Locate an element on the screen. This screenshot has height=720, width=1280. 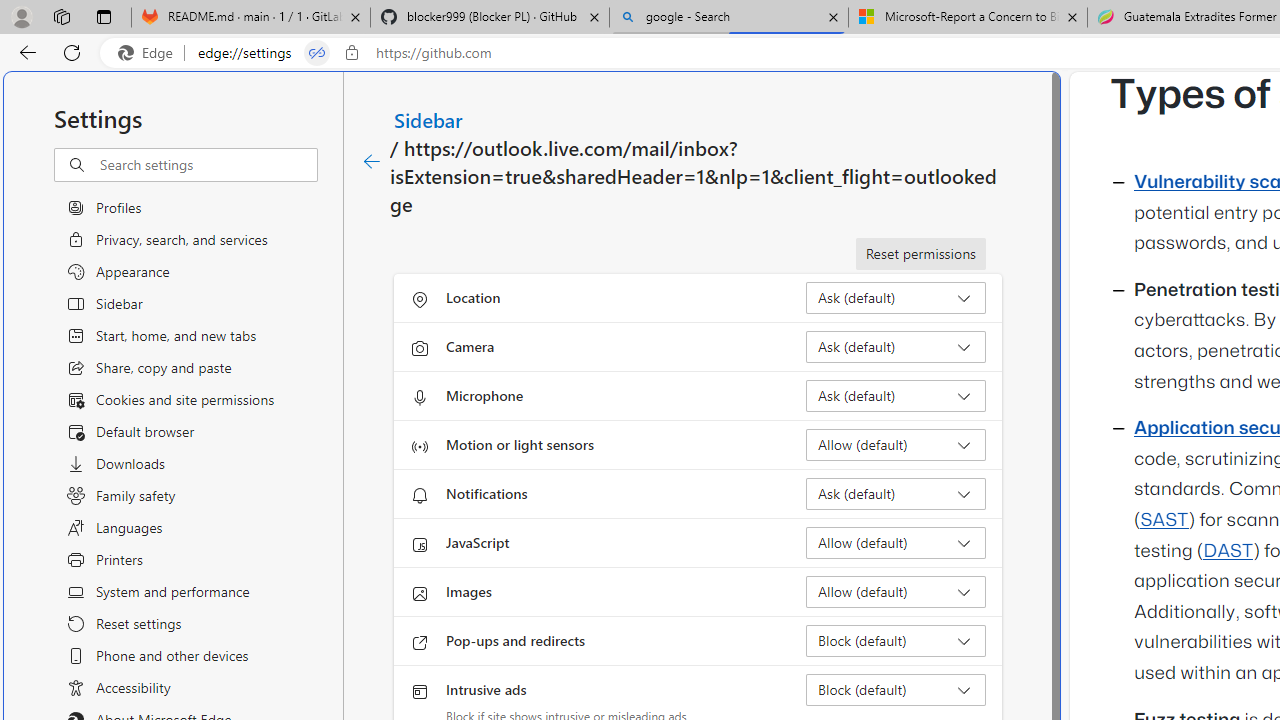
'Class: c01182' is located at coordinates (371, 161).